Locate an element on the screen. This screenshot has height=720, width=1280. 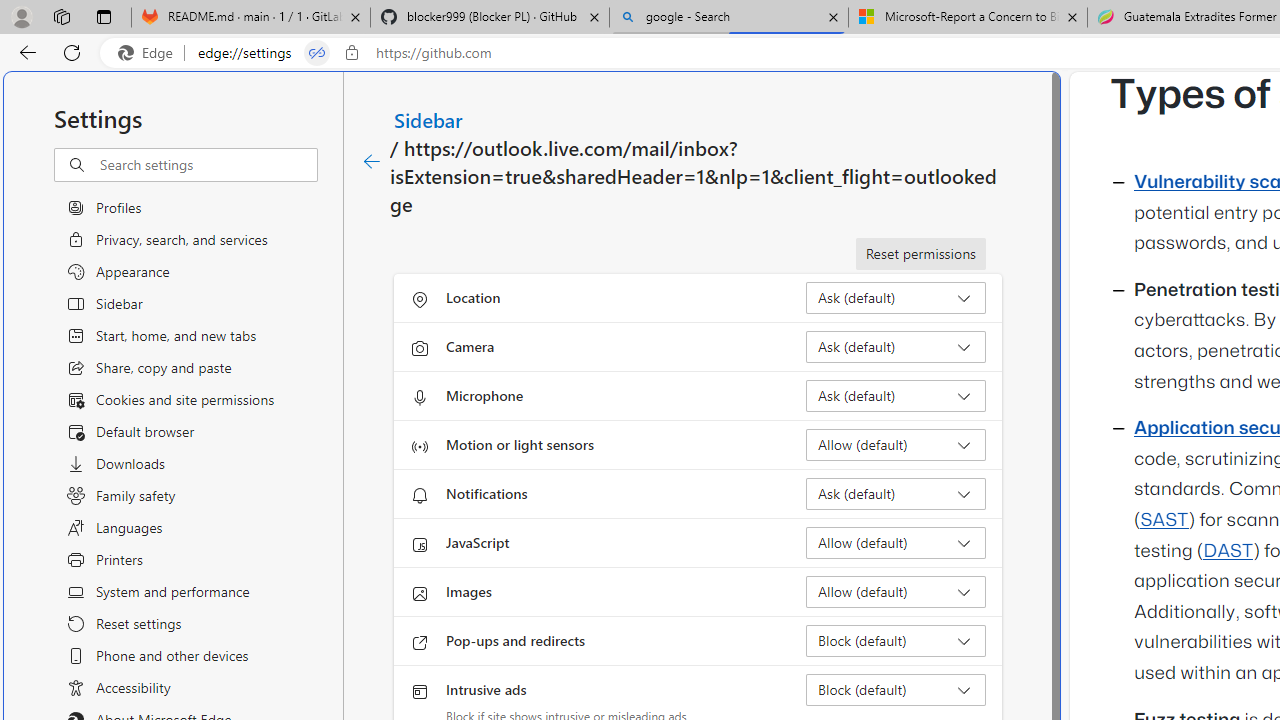
'Class: c01182' is located at coordinates (371, 161).